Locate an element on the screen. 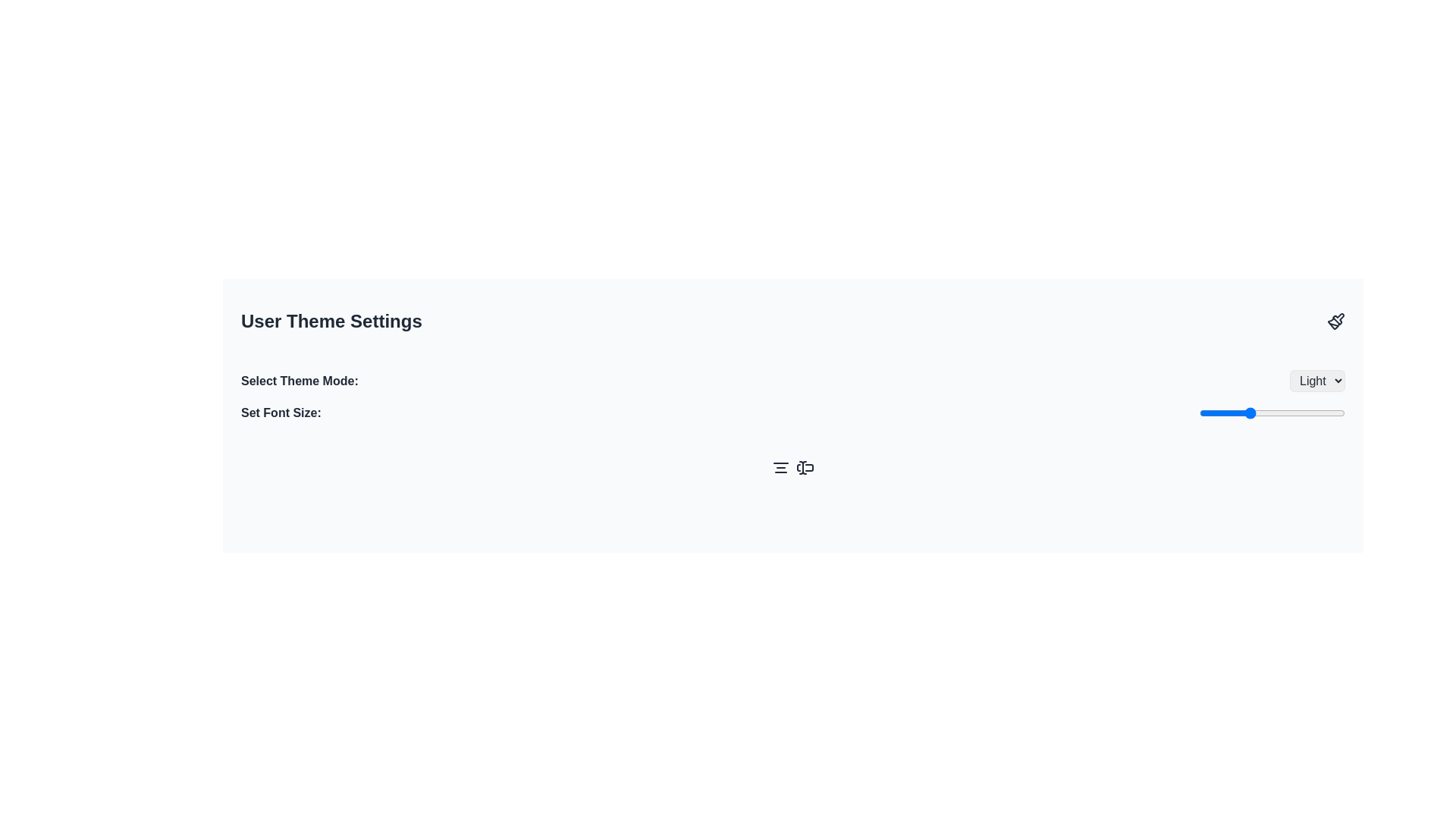 Image resolution: width=1456 pixels, height=819 pixels. the descriptive Text label that informs users about the functionality of the associated theme selection control, located below 'User Theme Settings' and above the theme toggle options is located at coordinates (300, 380).